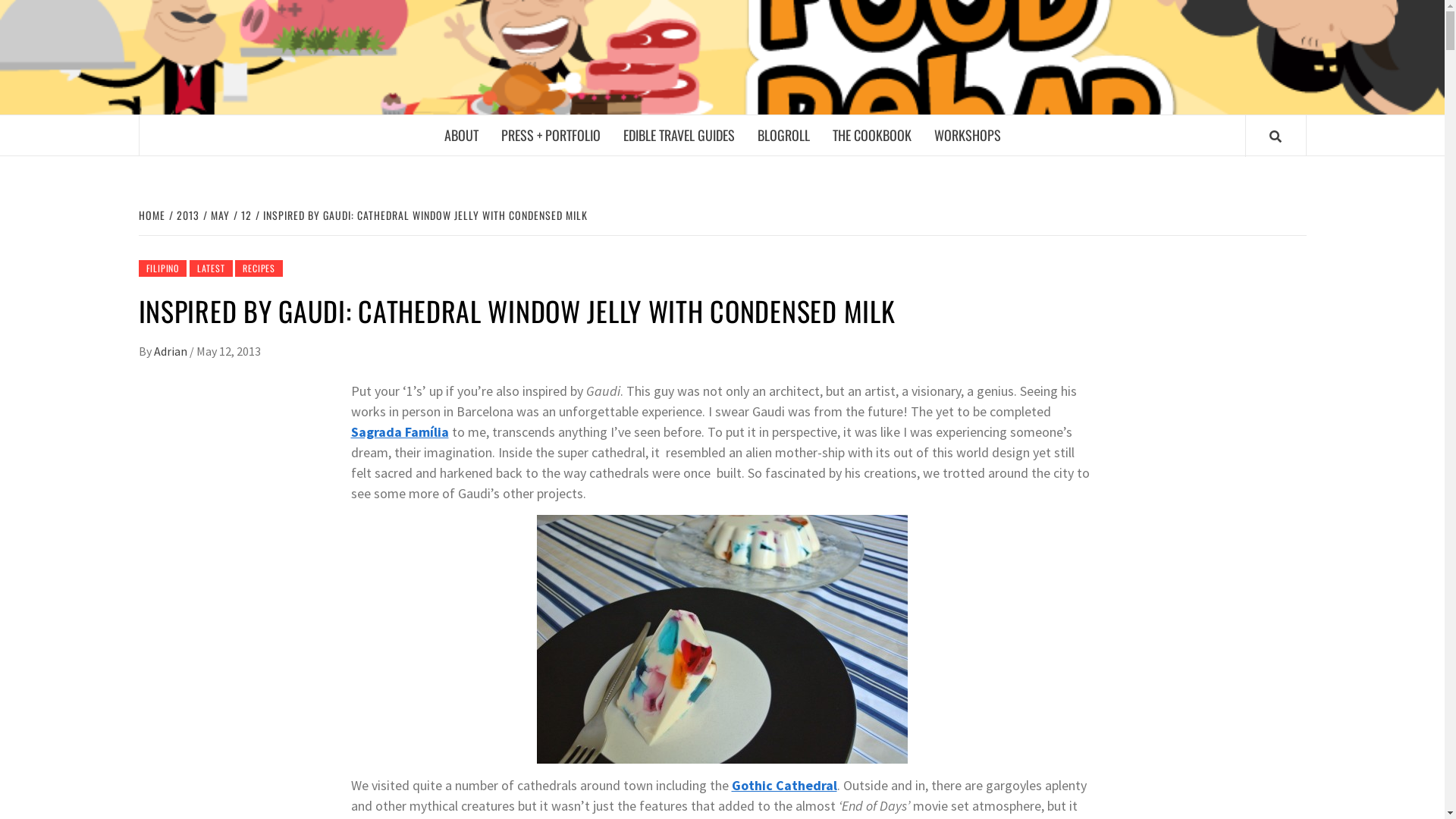  Describe the element at coordinates (677, 134) in the screenshot. I see `'EDIBLE TRAVEL GUIDES'` at that location.